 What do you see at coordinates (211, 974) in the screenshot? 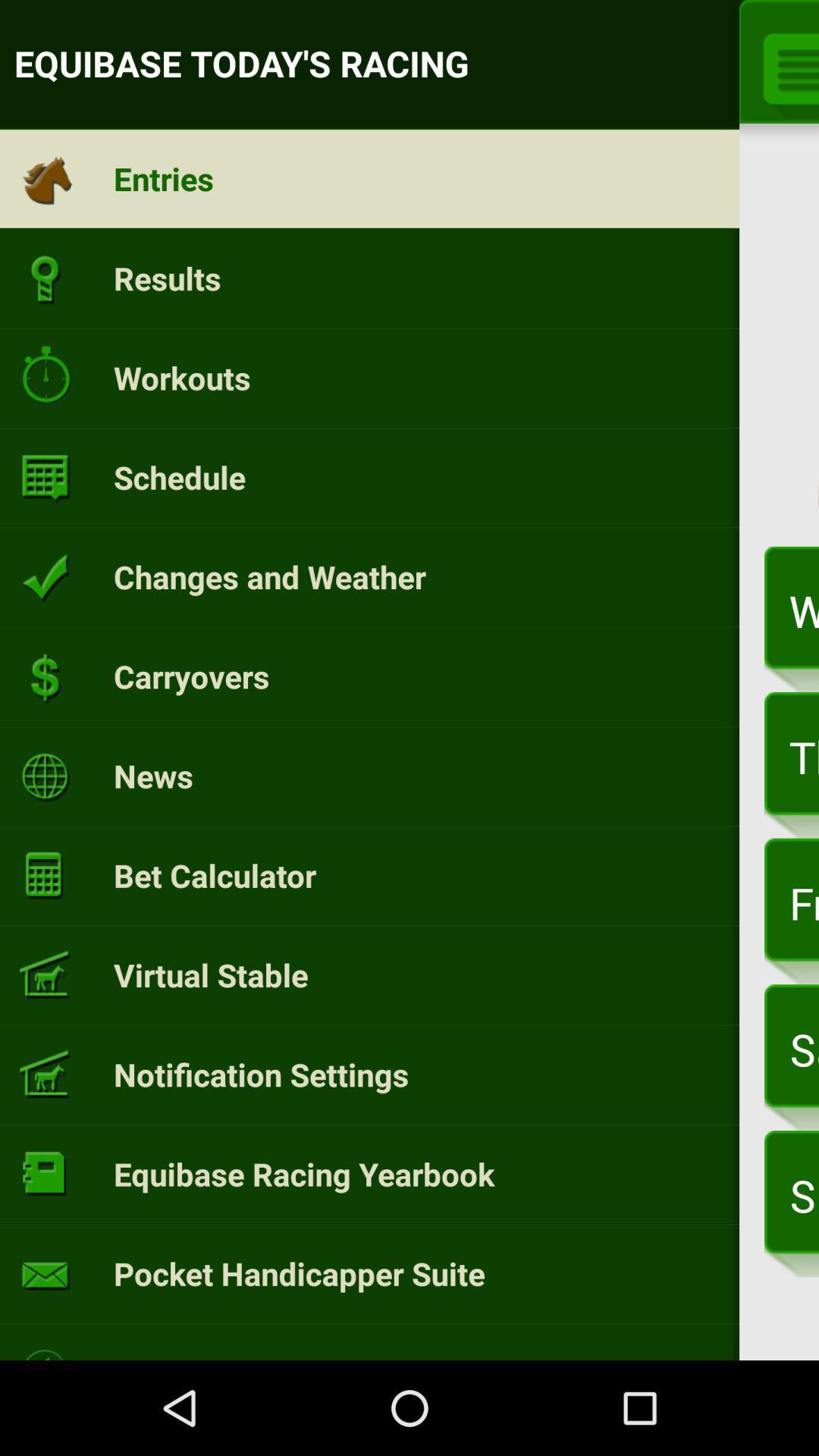
I see `item next to the friday, mar 31 item` at bounding box center [211, 974].